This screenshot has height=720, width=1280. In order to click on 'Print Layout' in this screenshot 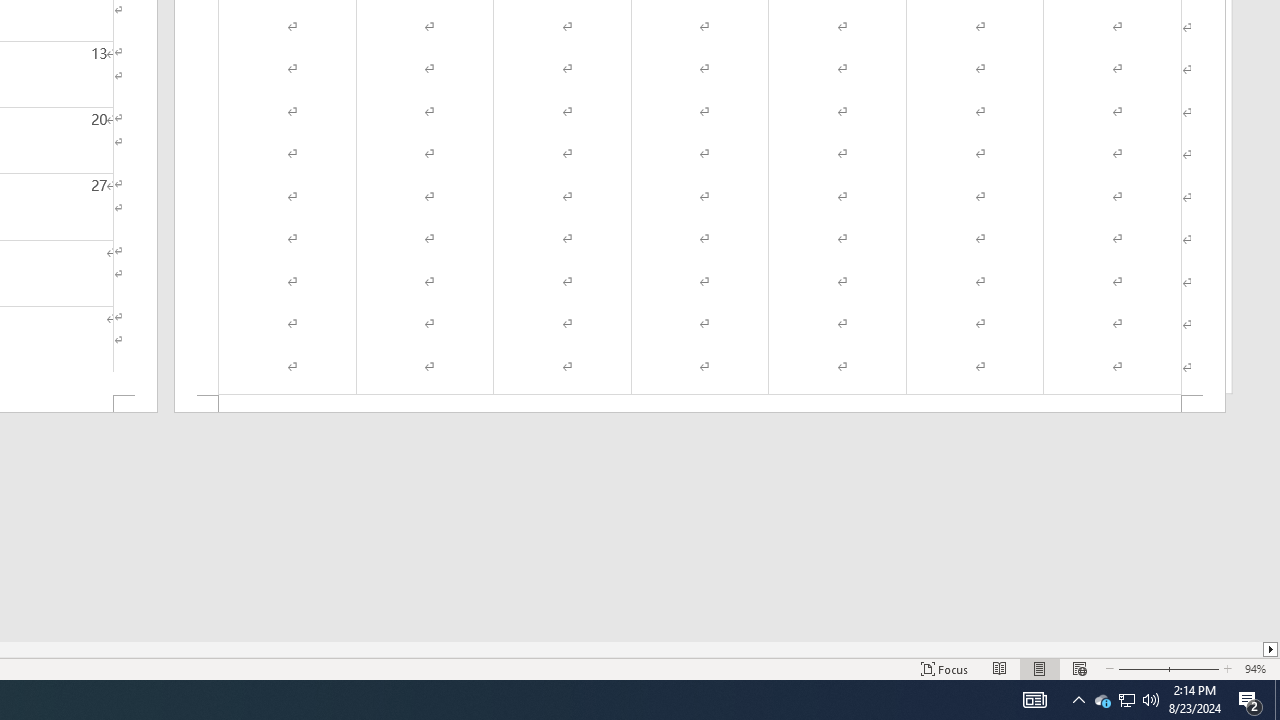, I will do `click(1040, 669)`.